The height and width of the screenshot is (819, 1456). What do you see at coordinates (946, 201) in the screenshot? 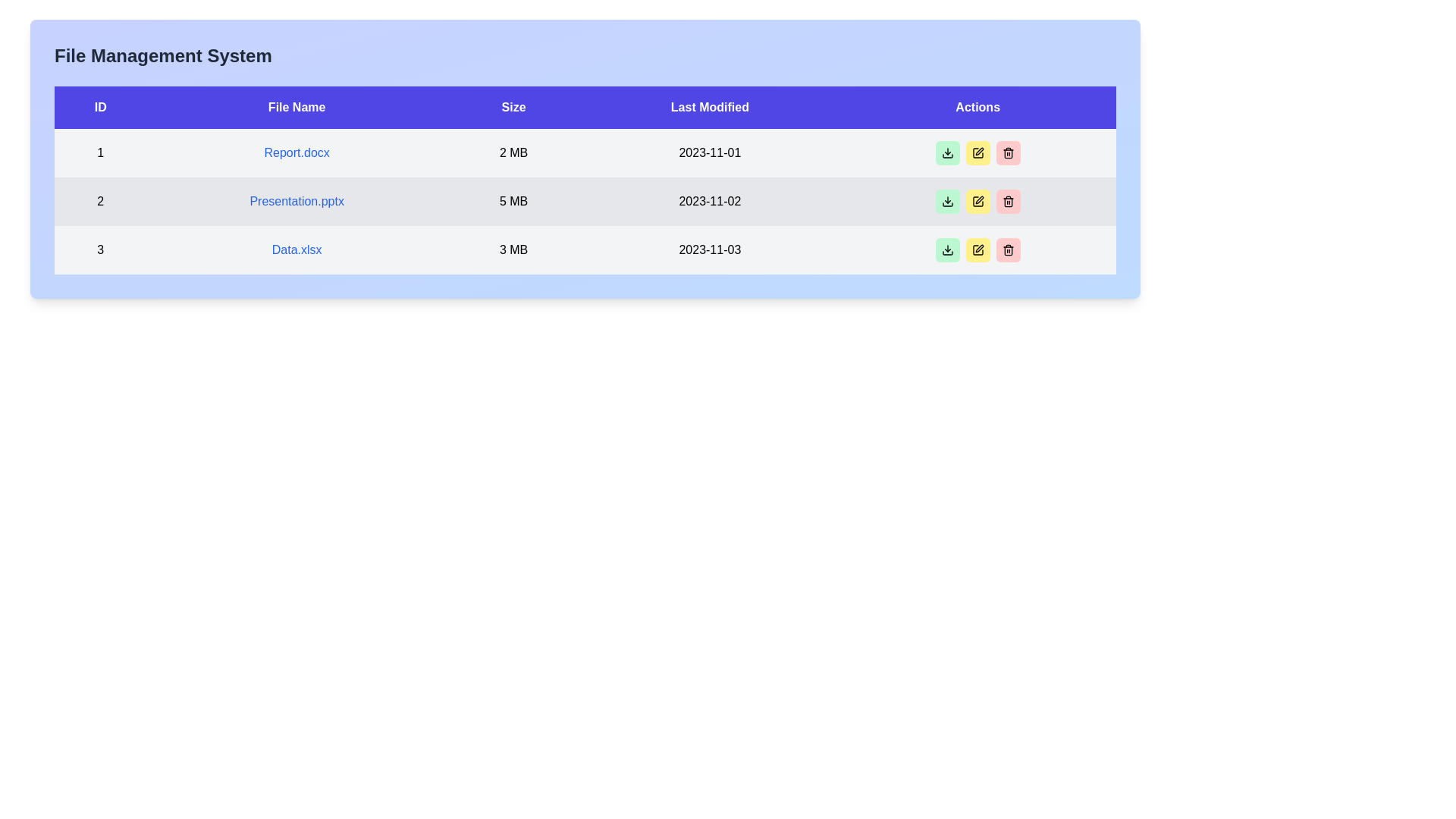
I see `the green download button with a rounded appearance in the 'Actions' column of the first row, corresponding to the file 'Report.docx'` at bounding box center [946, 201].